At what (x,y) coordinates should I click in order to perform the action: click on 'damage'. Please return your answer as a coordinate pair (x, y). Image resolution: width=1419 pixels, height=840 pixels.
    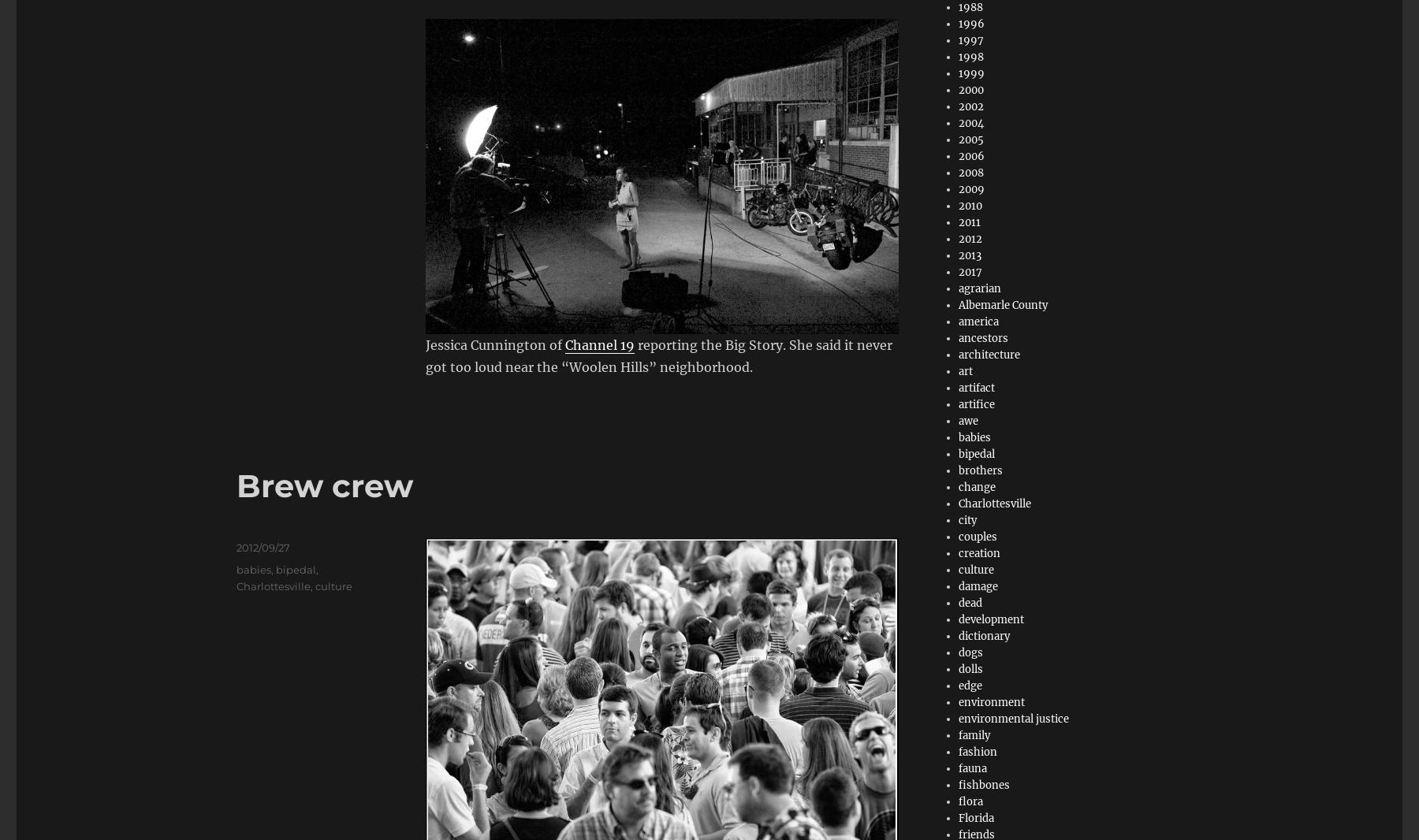
    Looking at the image, I should click on (978, 585).